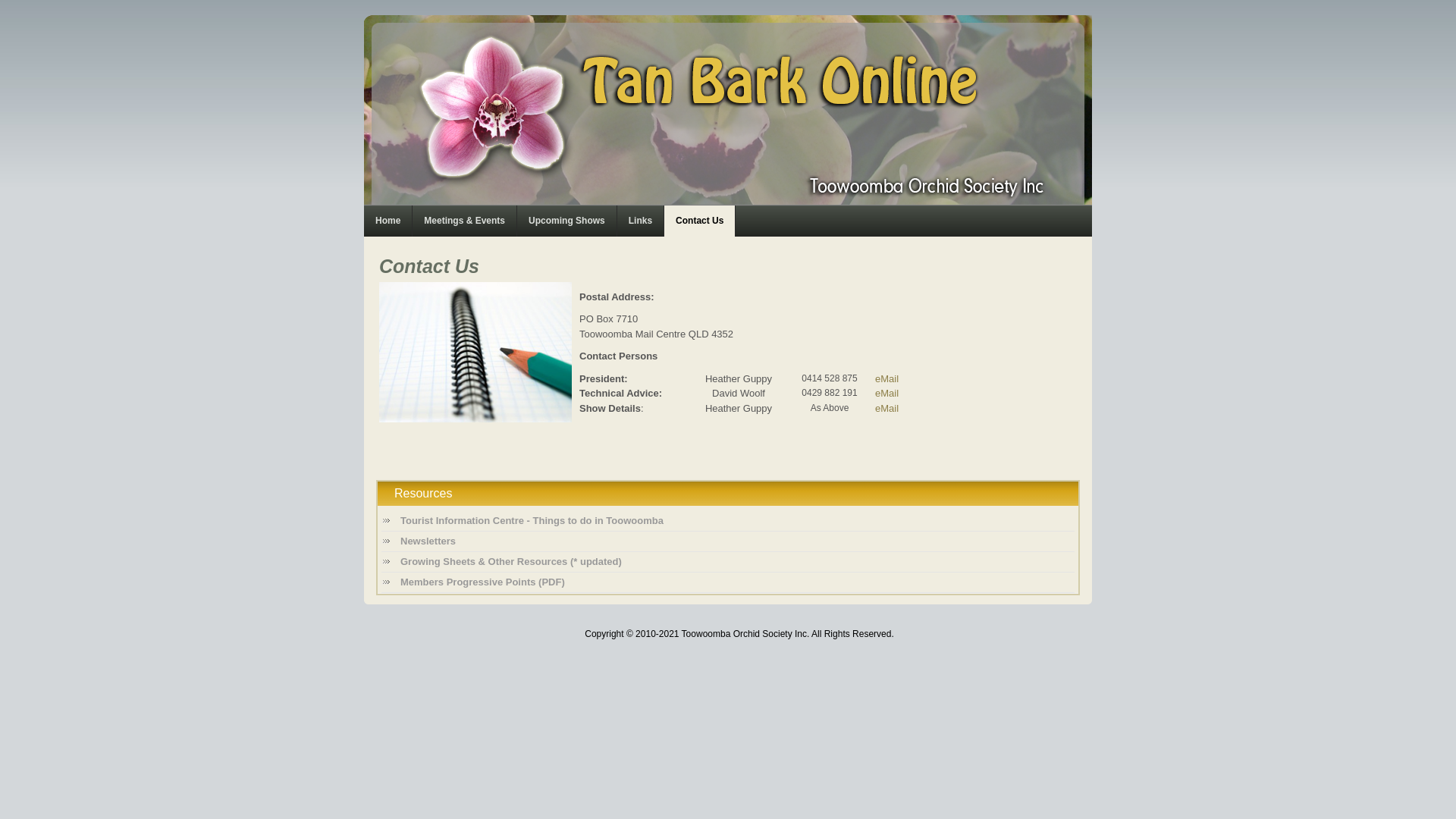 This screenshot has width=1456, height=819. I want to click on 'eMail', so click(886, 378).